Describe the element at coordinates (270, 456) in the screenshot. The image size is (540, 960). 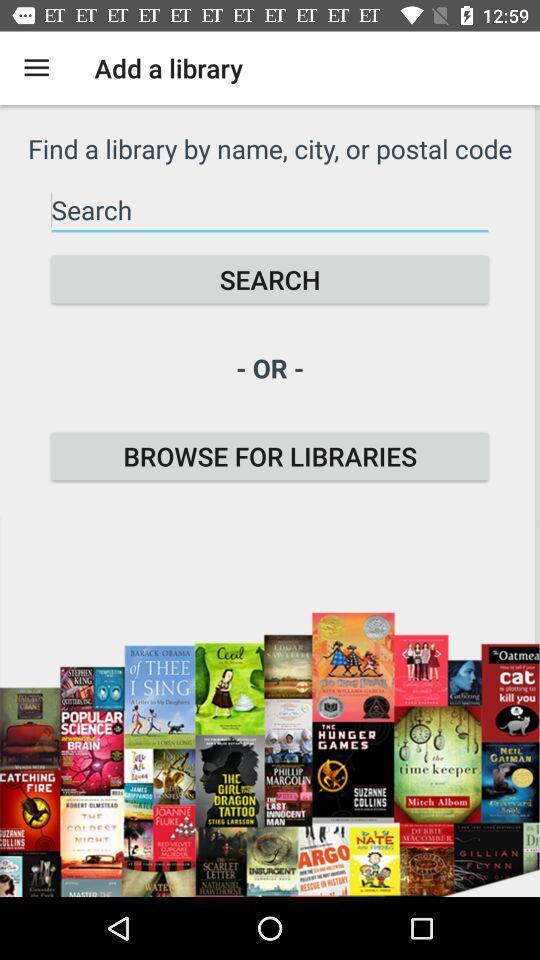
I see `the item below - or - item` at that location.